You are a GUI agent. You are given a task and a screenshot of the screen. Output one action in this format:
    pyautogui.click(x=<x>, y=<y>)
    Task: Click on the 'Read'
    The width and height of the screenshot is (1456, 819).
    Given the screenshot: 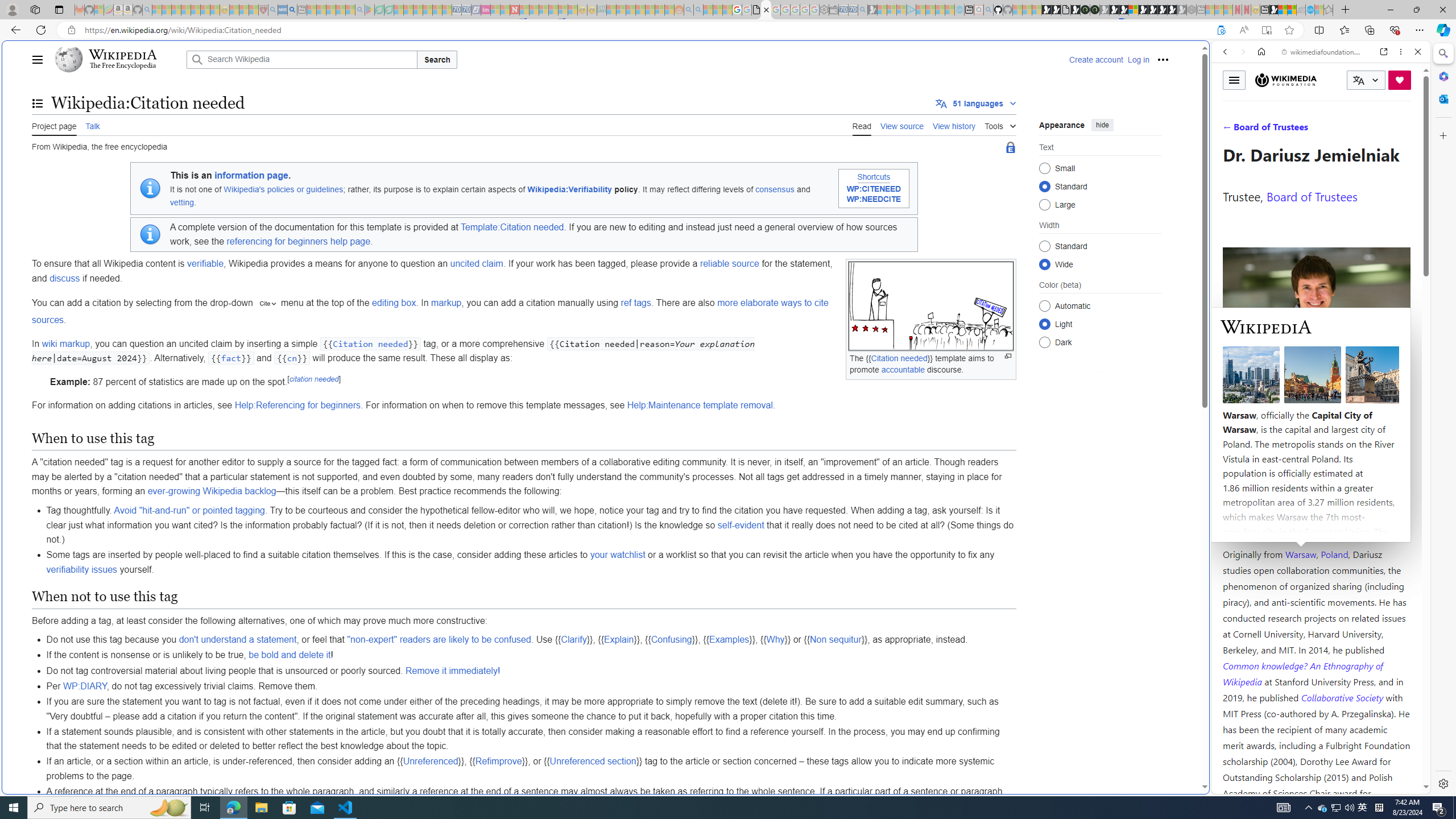 What is the action you would take?
    pyautogui.click(x=862, y=125)
    